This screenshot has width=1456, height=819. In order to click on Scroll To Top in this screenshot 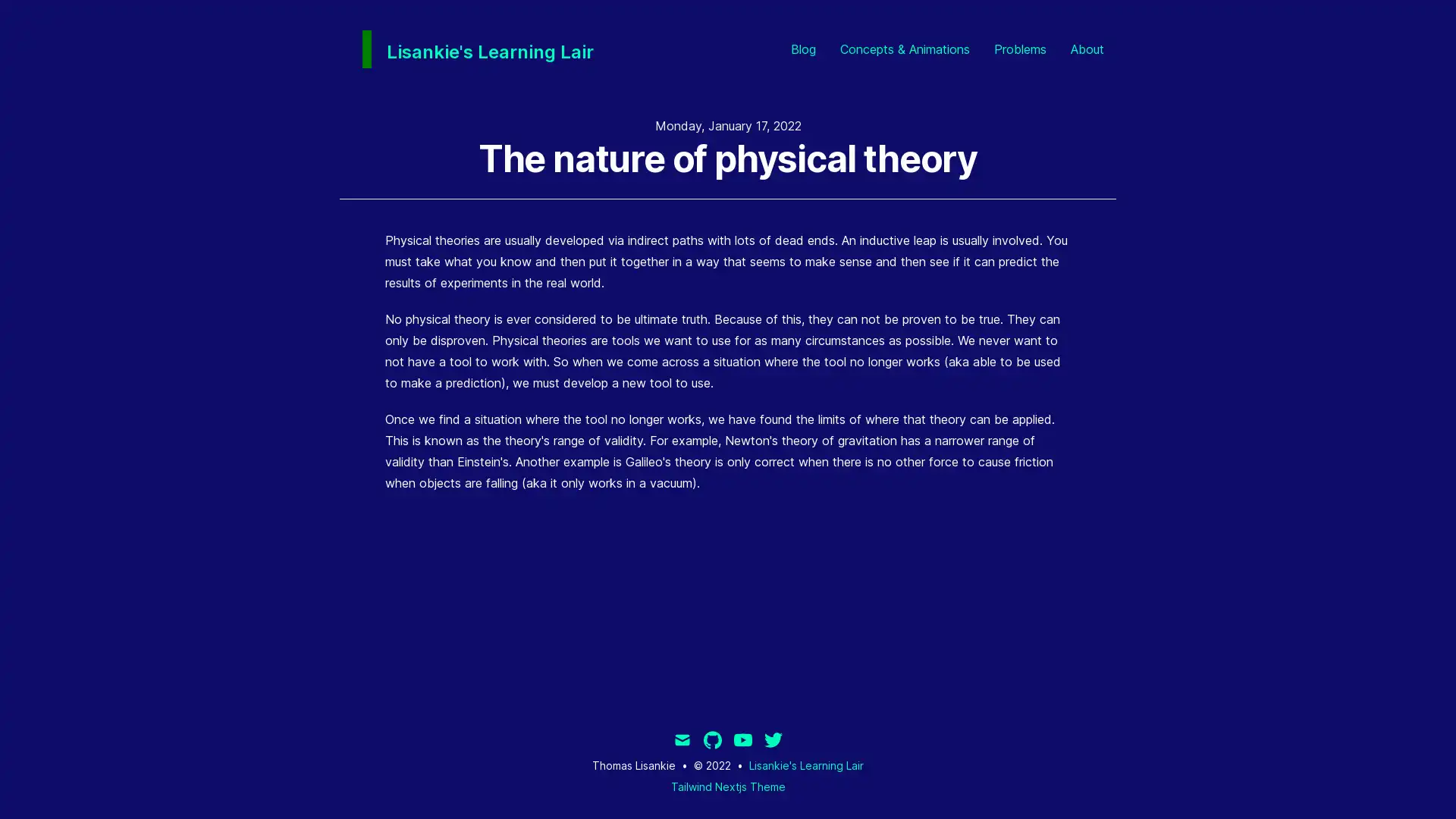, I will do `click(1417, 780)`.